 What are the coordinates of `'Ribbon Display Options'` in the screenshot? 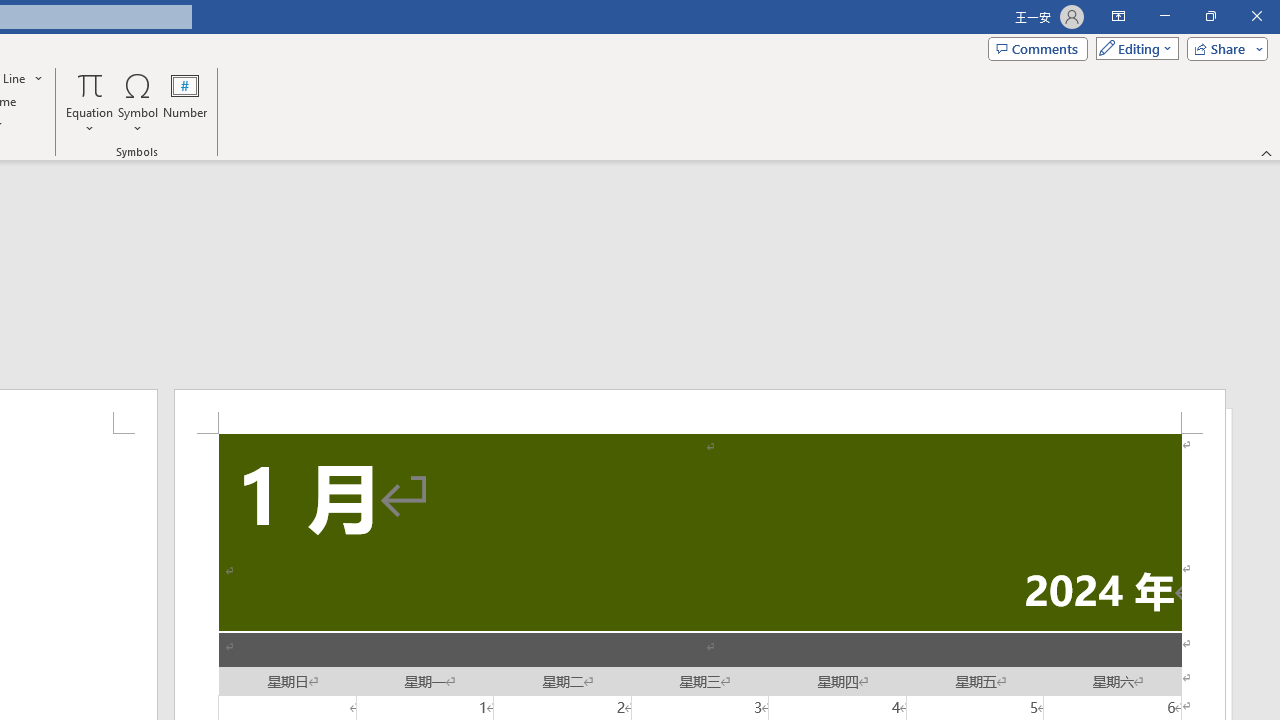 It's located at (1117, 16).